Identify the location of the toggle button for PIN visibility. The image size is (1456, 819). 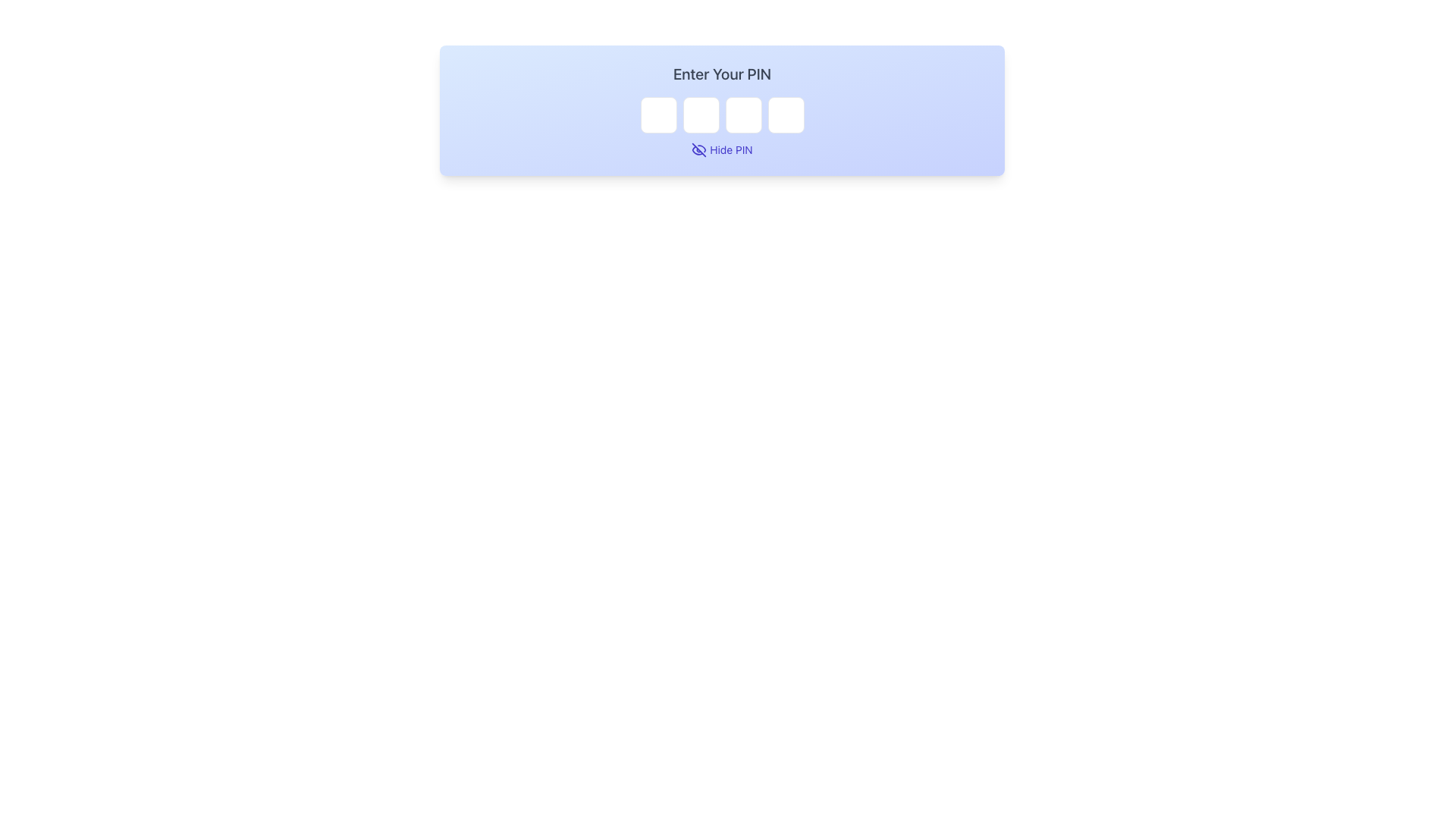
(721, 149).